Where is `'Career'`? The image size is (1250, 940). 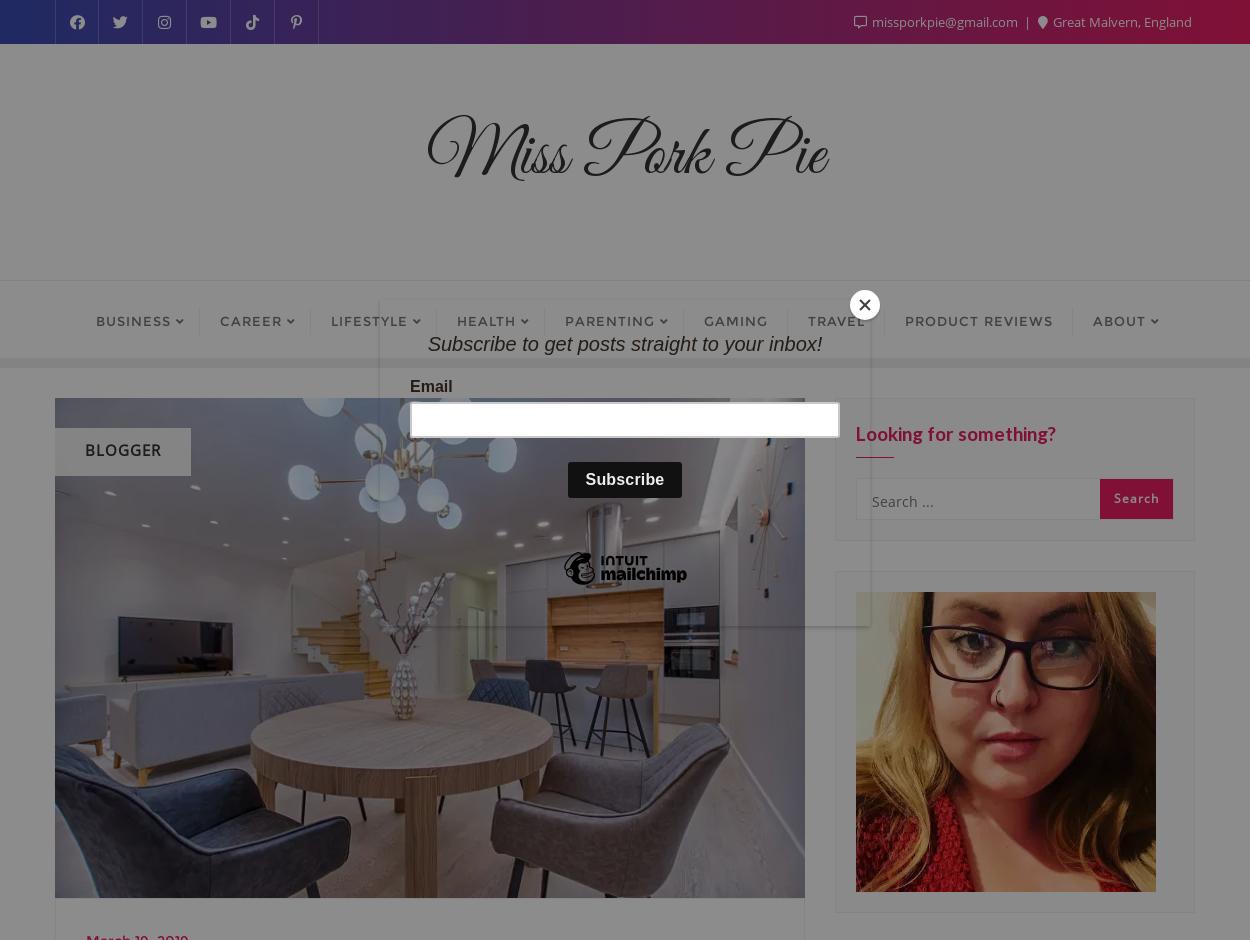 'Career' is located at coordinates (218, 321).